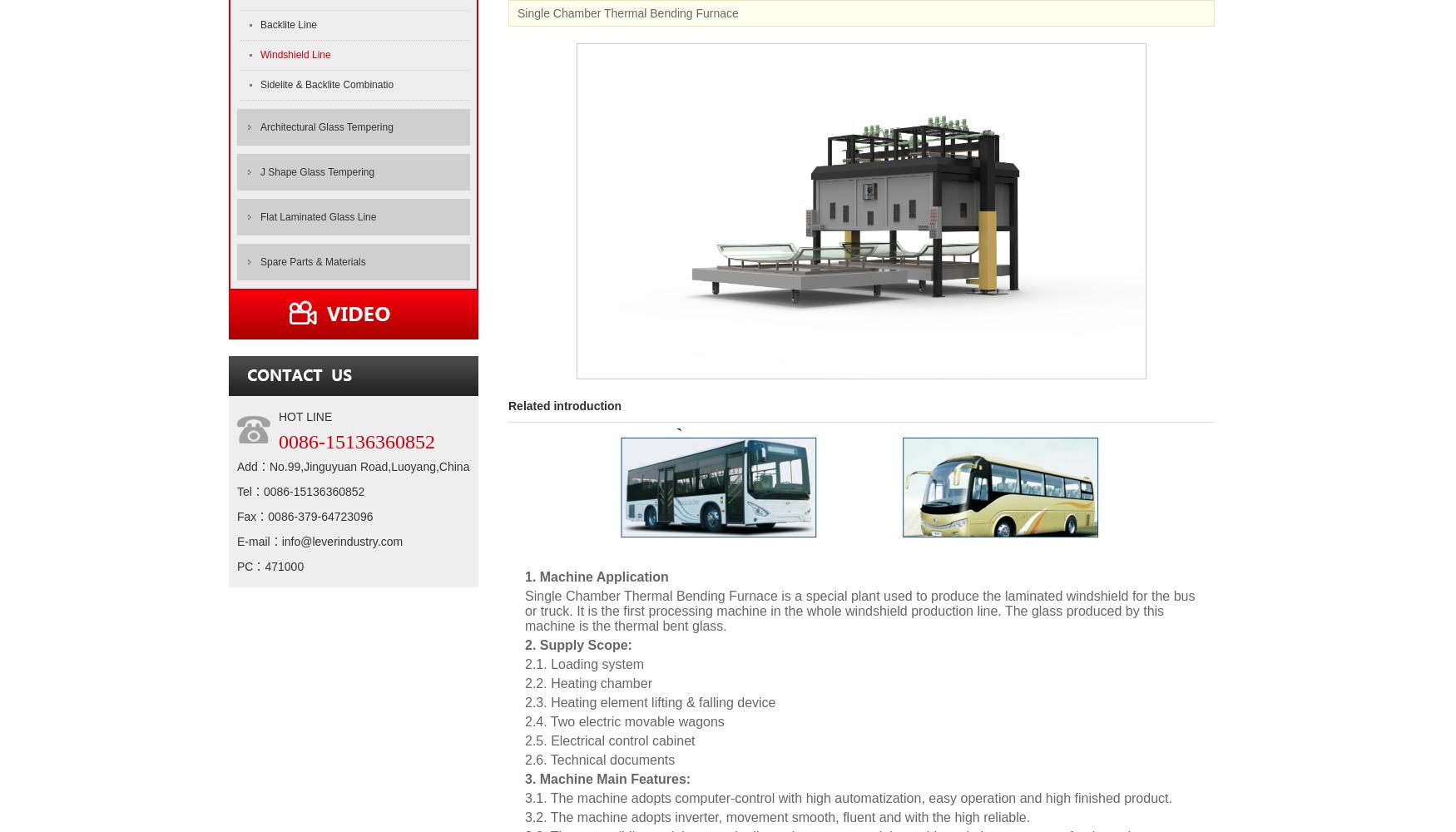 The height and width of the screenshot is (832, 1456). I want to click on '1. Machine
Application', so click(596, 576).